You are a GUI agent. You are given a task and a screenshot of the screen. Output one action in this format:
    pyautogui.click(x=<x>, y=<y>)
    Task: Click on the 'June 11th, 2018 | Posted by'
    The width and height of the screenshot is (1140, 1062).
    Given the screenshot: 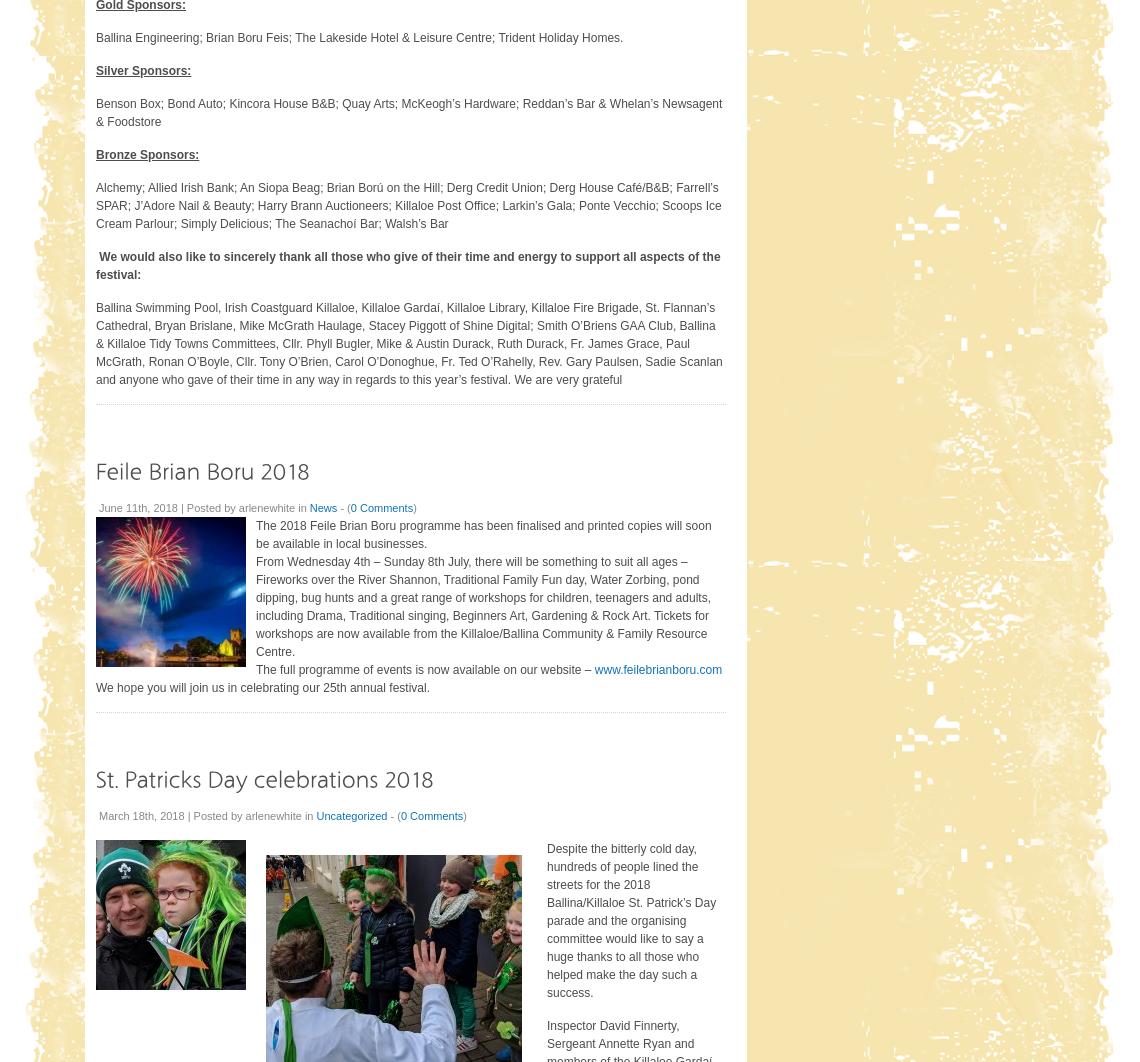 What is the action you would take?
    pyautogui.click(x=97, y=505)
    